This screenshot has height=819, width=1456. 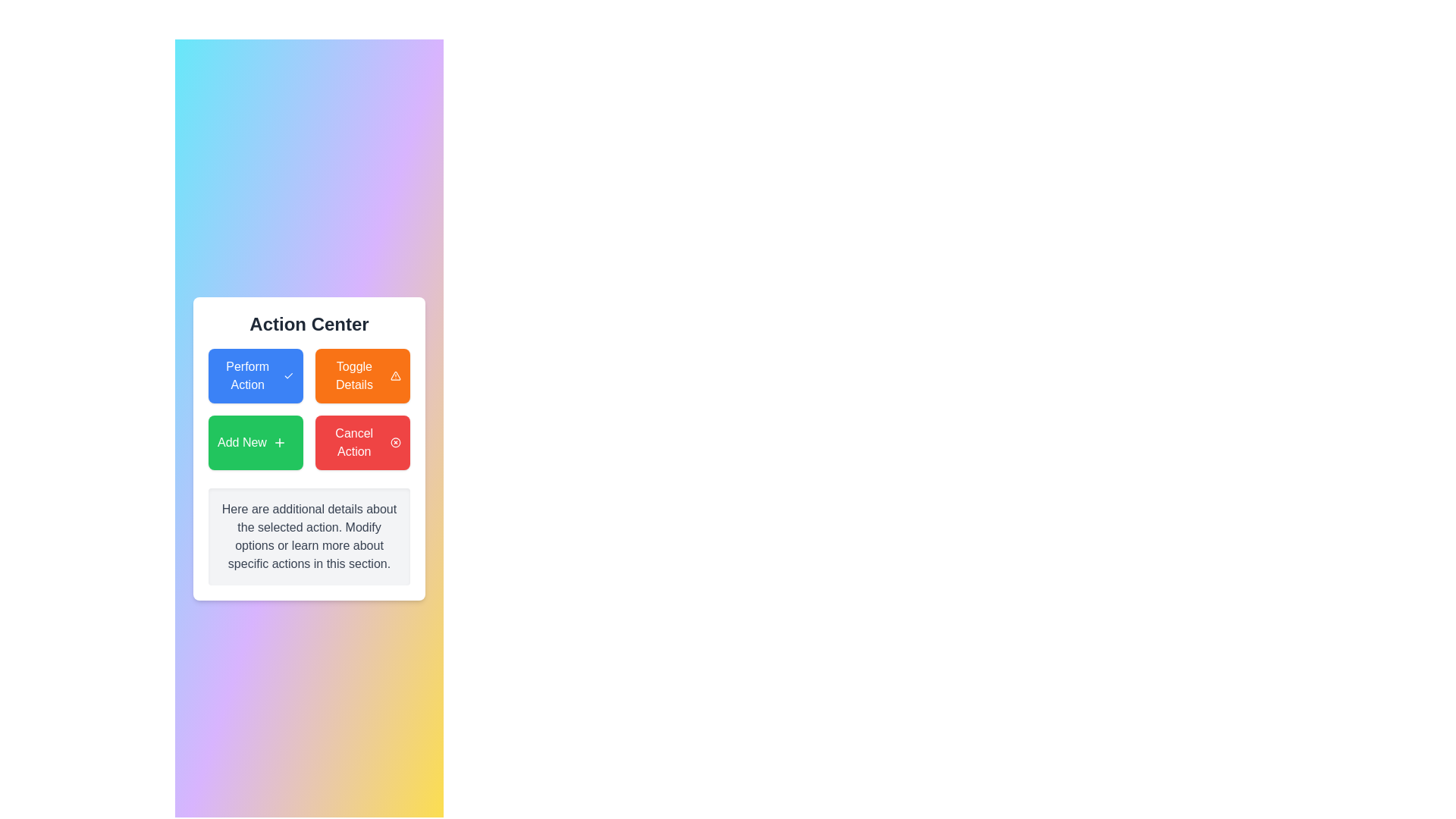 What do you see at coordinates (309, 536) in the screenshot?
I see `text from the informational text box located at the bottom of the 'Action Center' panel, which has a light gray background and contains centrally aligned dark gray text` at bounding box center [309, 536].